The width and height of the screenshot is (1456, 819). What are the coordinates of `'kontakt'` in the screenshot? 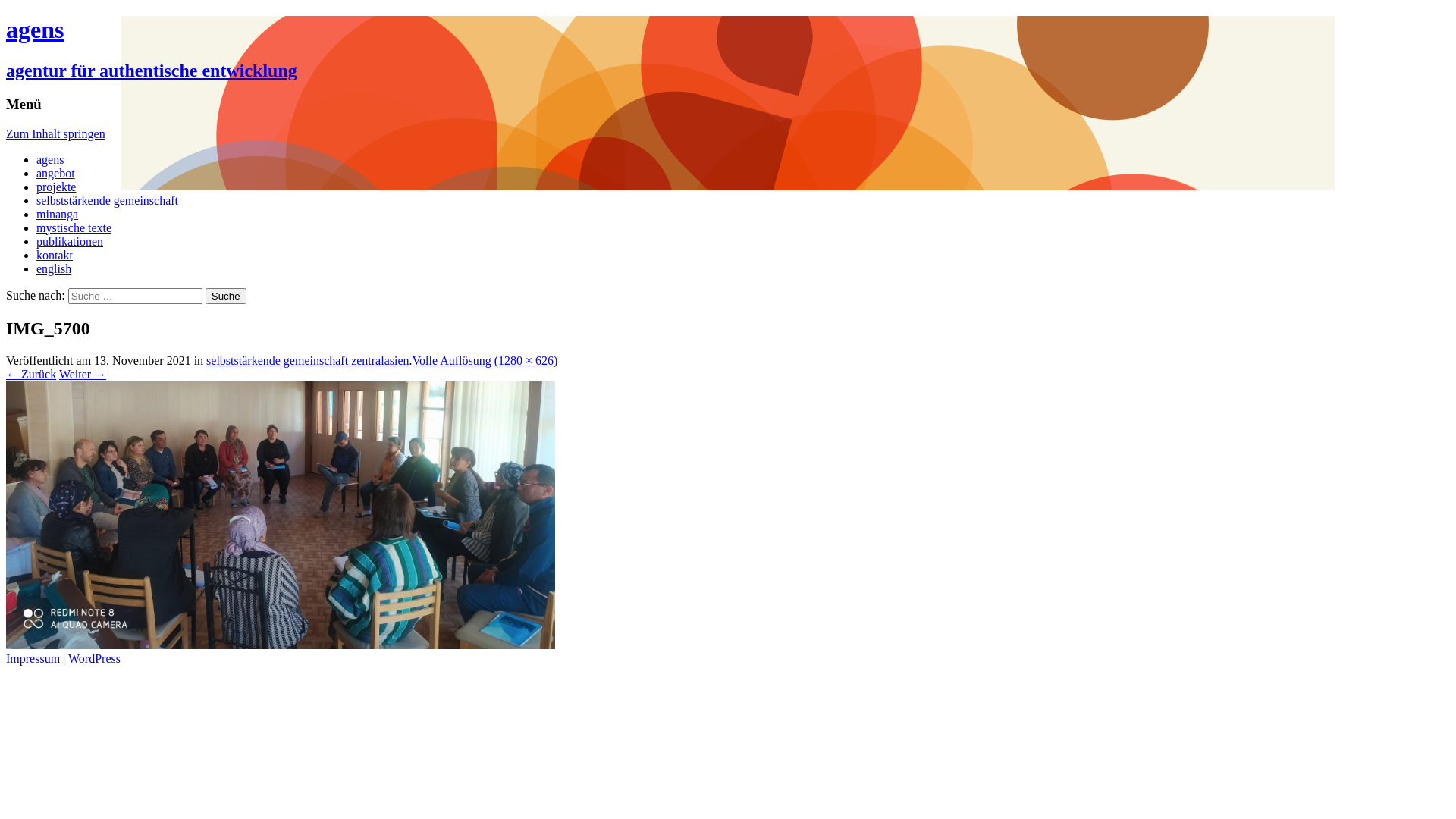 It's located at (55, 254).